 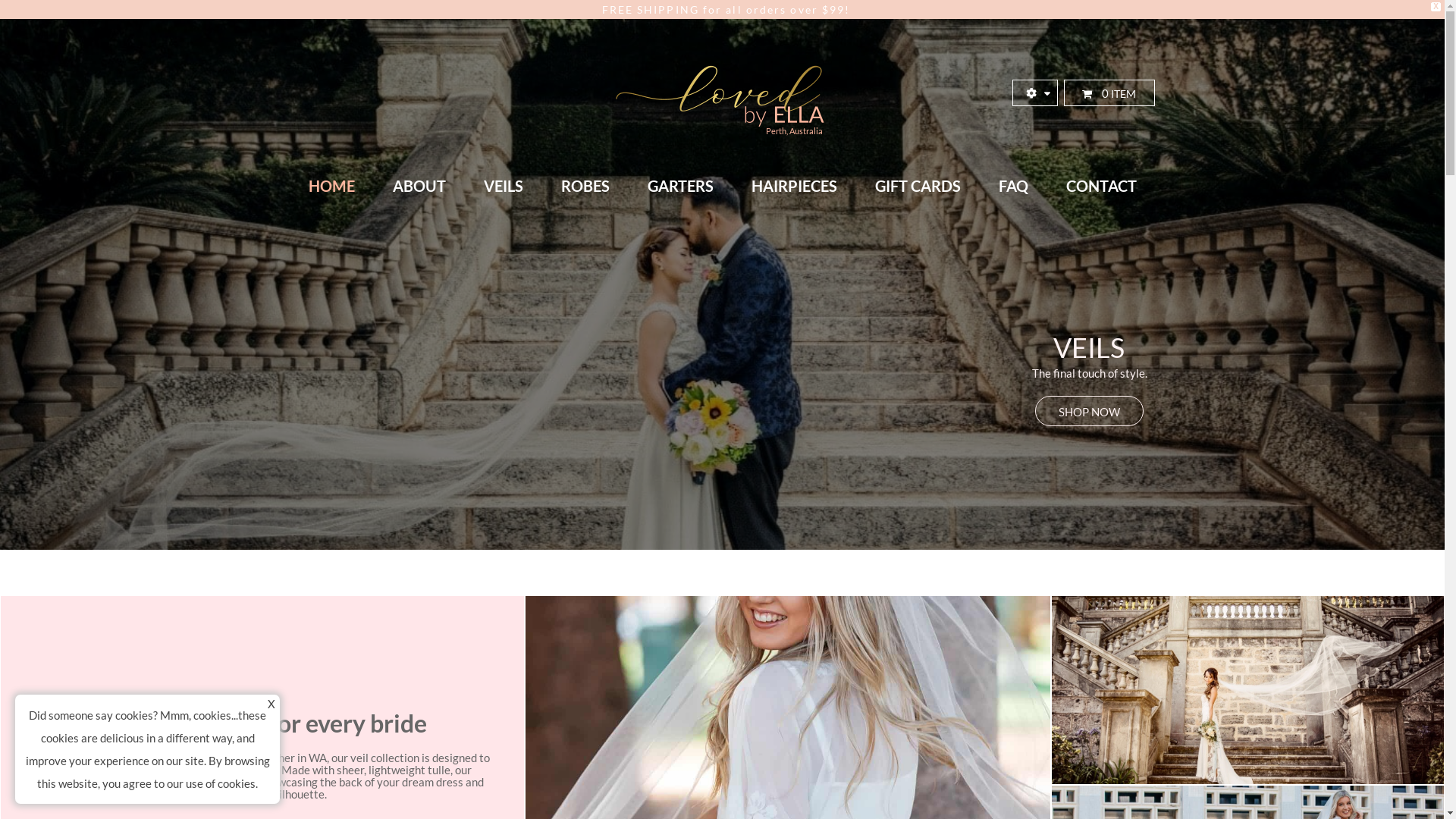 What do you see at coordinates (419, 185) in the screenshot?
I see `'ABOUT'` at bounding box center [419, 185].